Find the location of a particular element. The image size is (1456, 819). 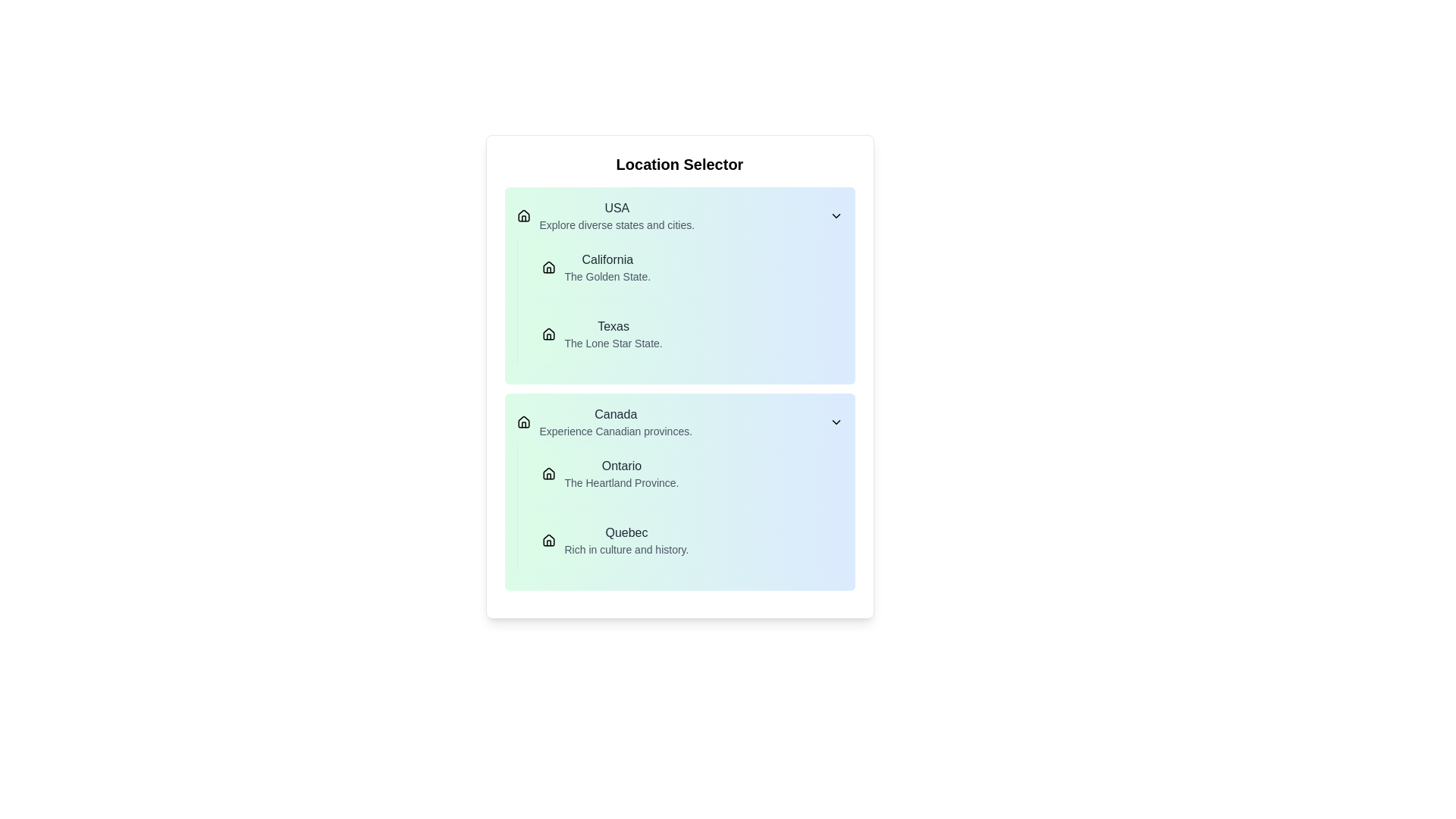

the heading text that identifies the section as related is located at coordinates (607, 259).